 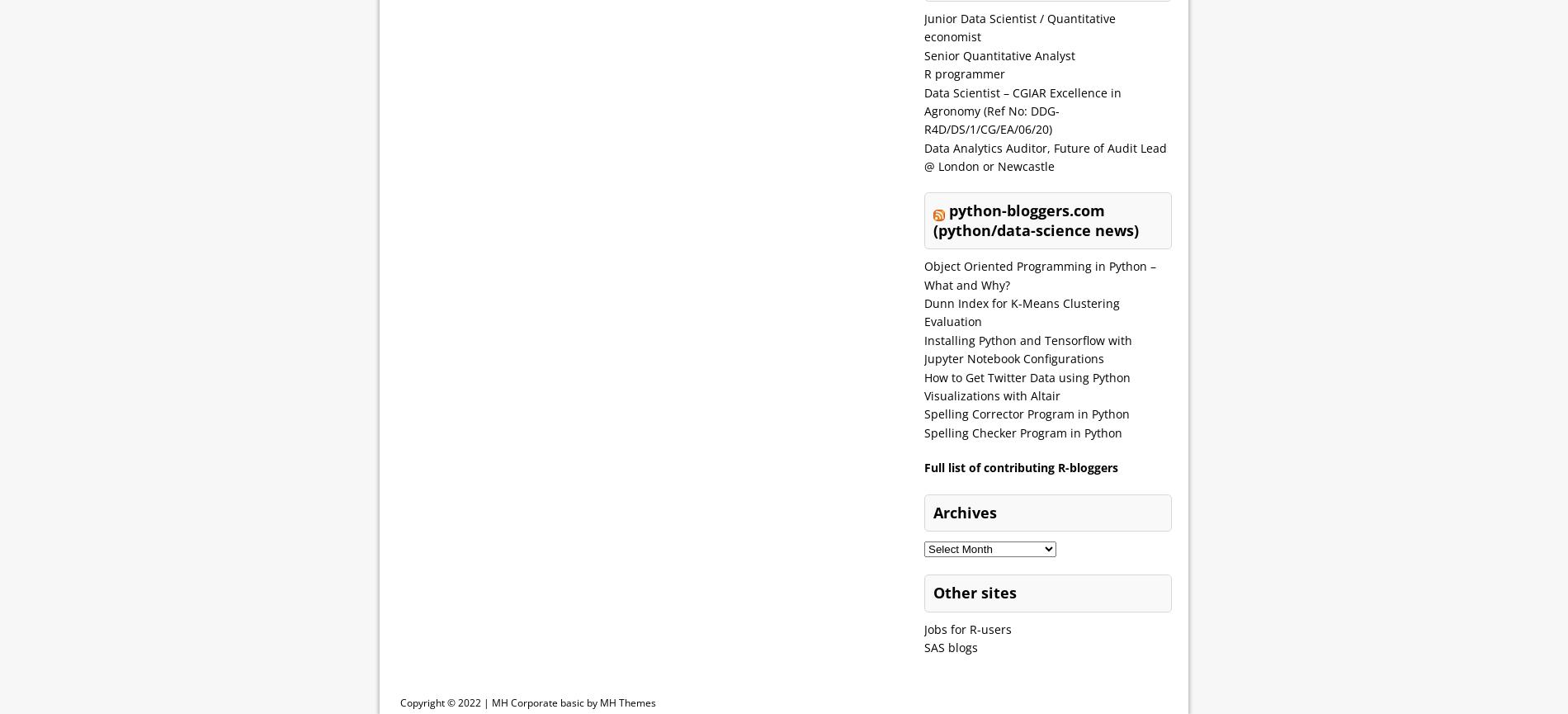 I want to click on 'Archives', so click(x=965, y=512).